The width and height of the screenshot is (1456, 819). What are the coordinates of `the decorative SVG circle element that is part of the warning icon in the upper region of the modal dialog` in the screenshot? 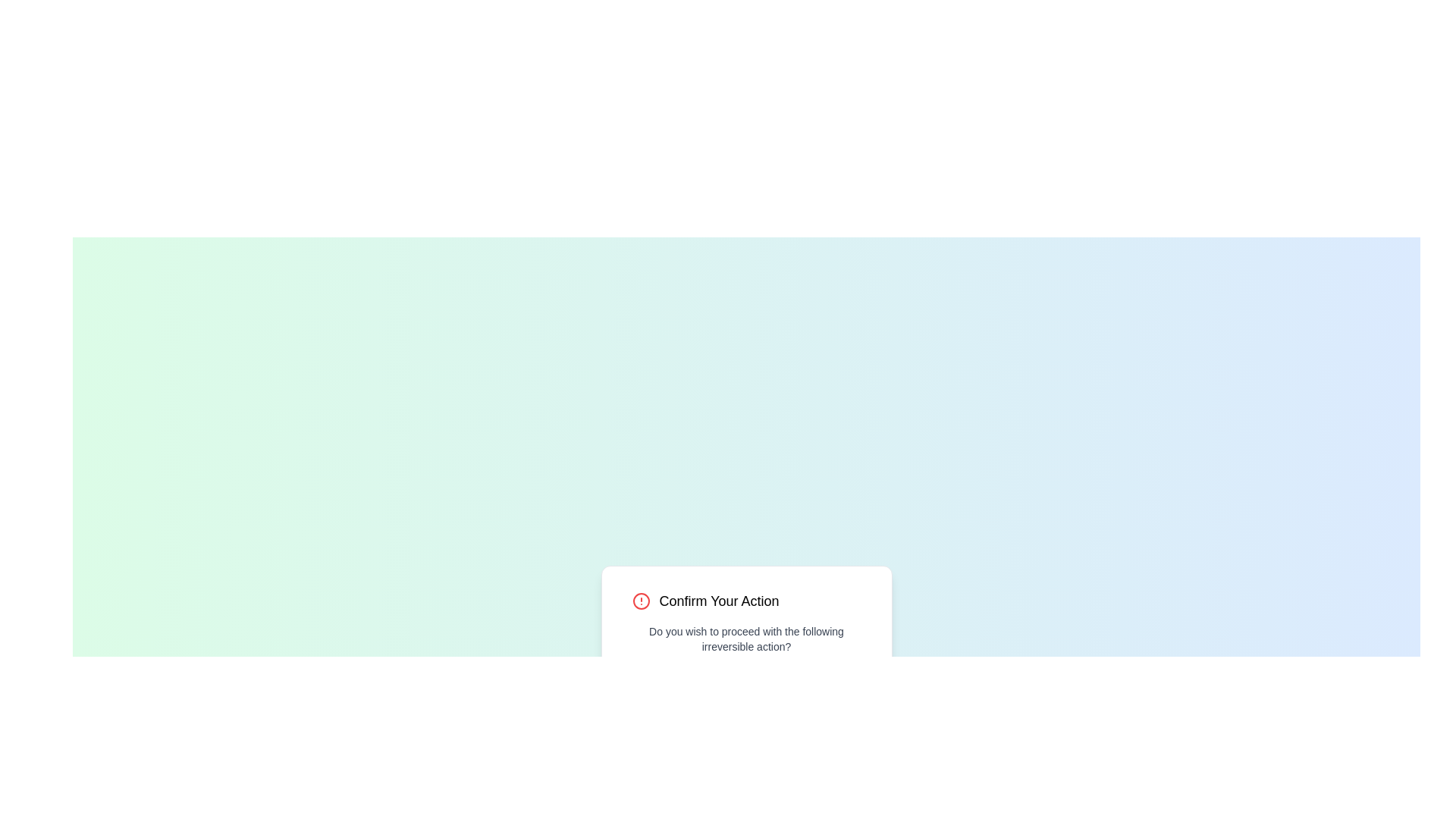 It's located at (641, 601).